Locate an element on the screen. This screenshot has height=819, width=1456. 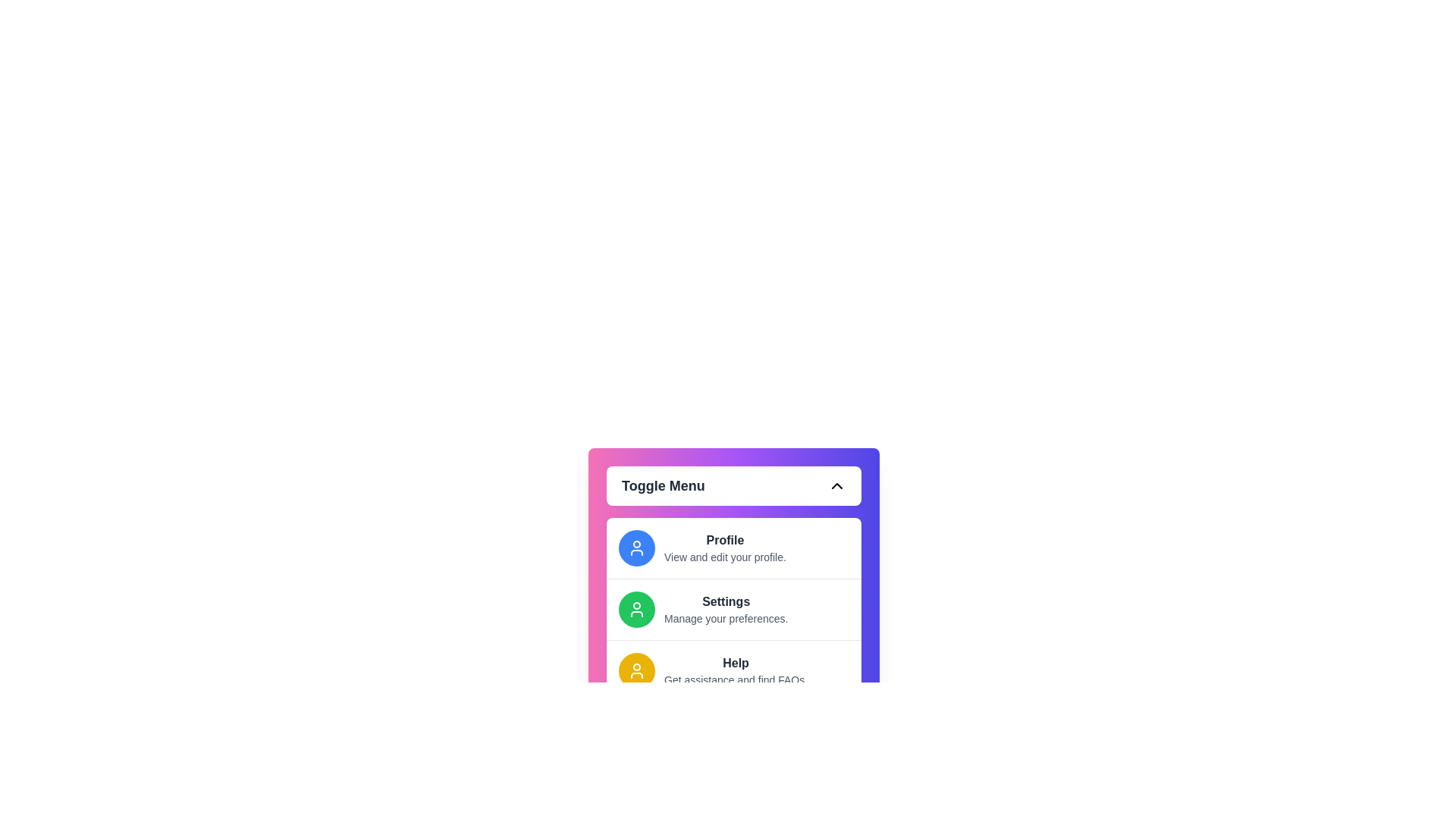
the 'Toggle Menu' button to toggle the visibility of the menu is located at coordinates (734, 485).